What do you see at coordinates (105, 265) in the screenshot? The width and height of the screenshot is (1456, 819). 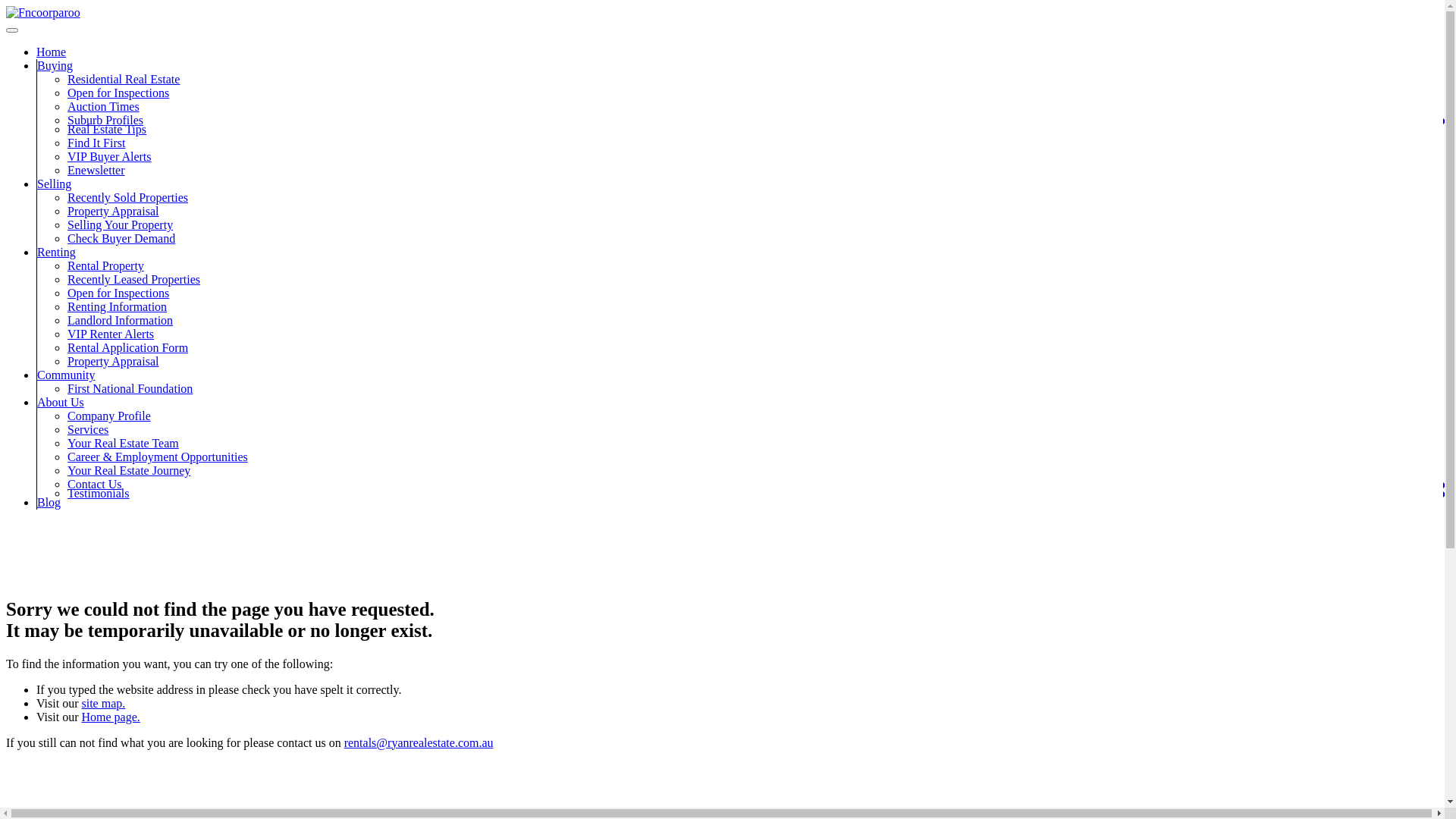 I see `'Rental Property'` at bounding box center [105, 265].